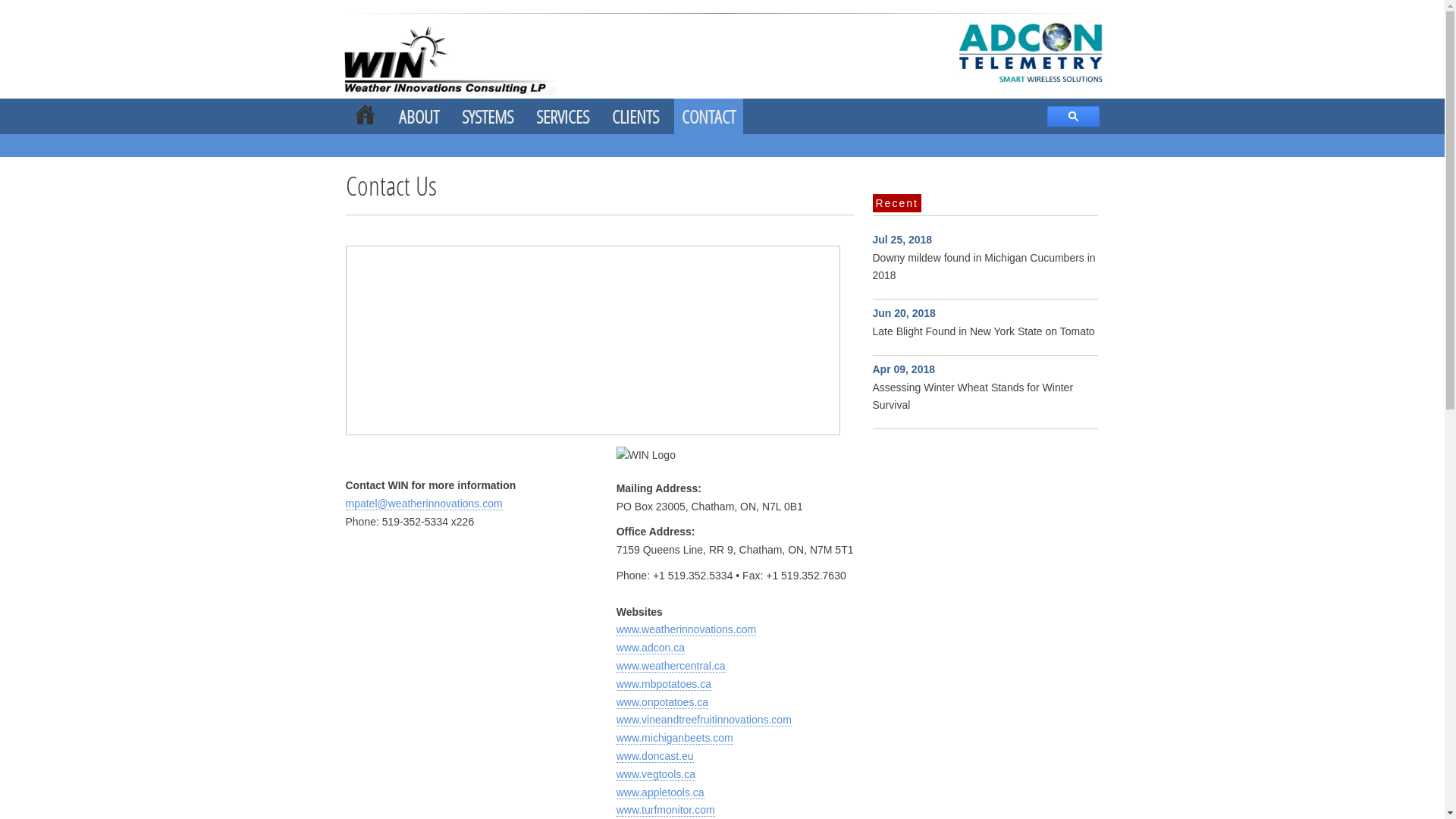  Describe the element at coordinates (670, 665) in the screenshot. I see `'www.weathercentral.ca'` at that location.